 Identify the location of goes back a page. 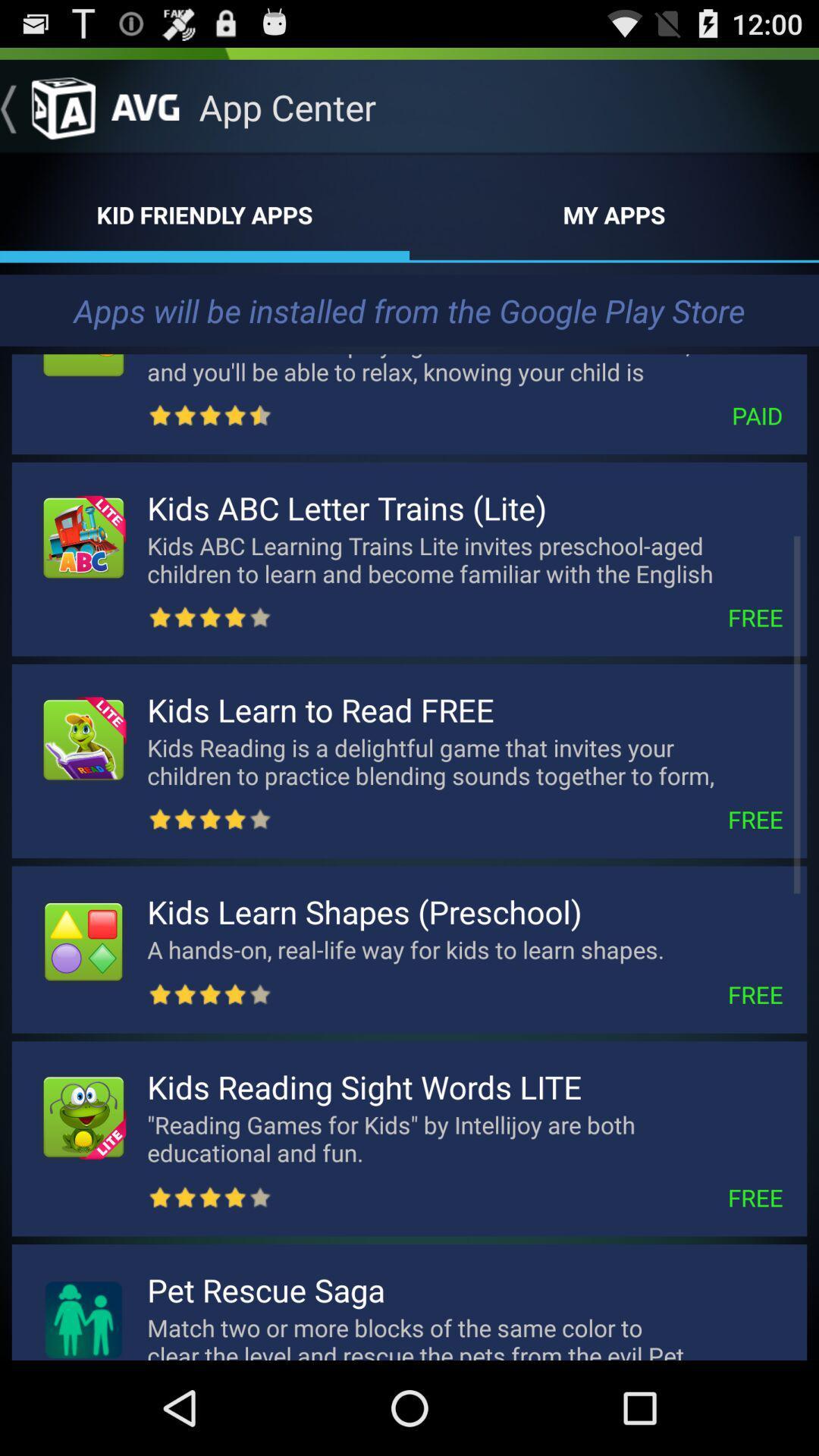
(46, 106).